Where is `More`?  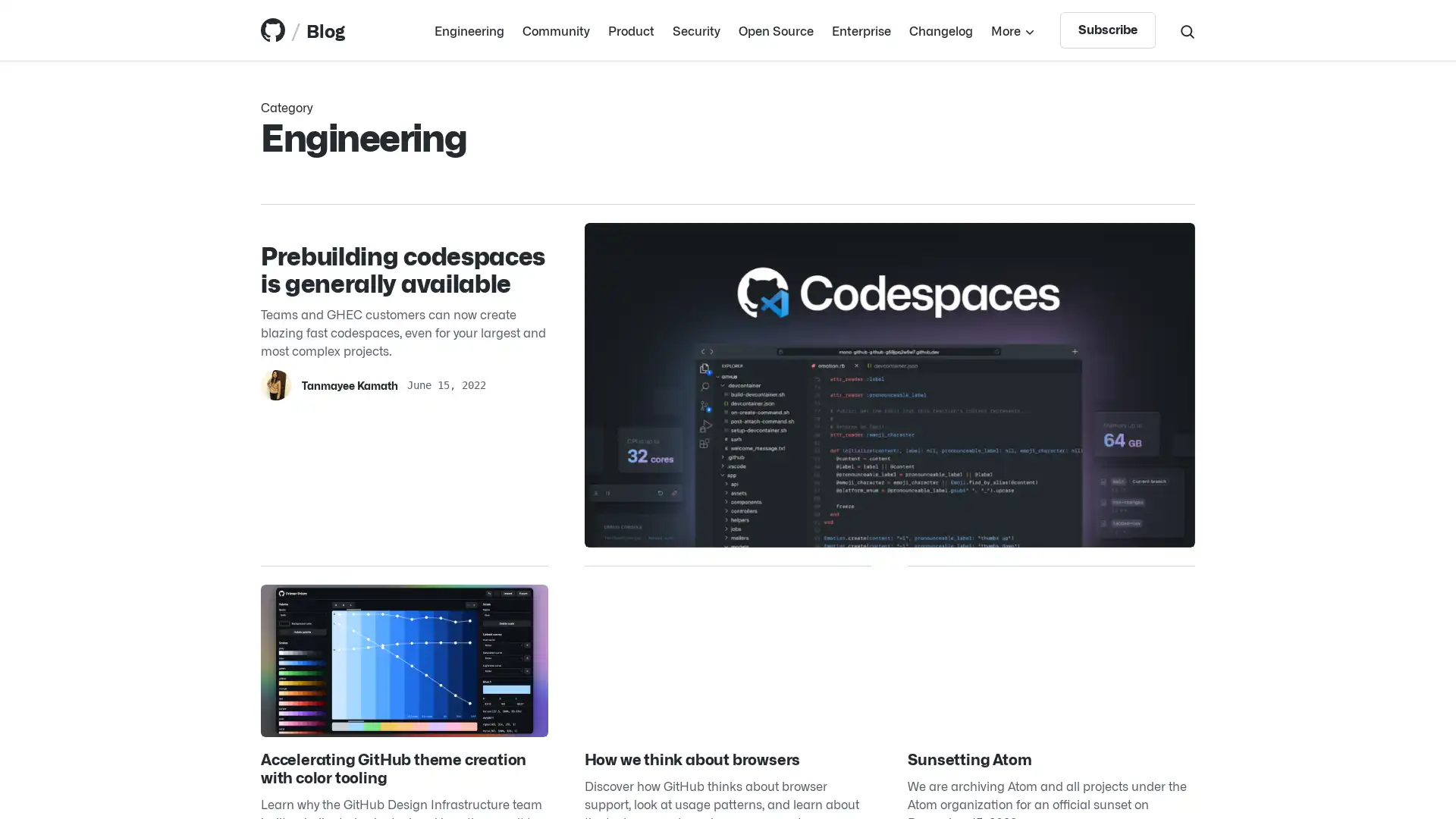
More is located at coordinates (1013, 29).